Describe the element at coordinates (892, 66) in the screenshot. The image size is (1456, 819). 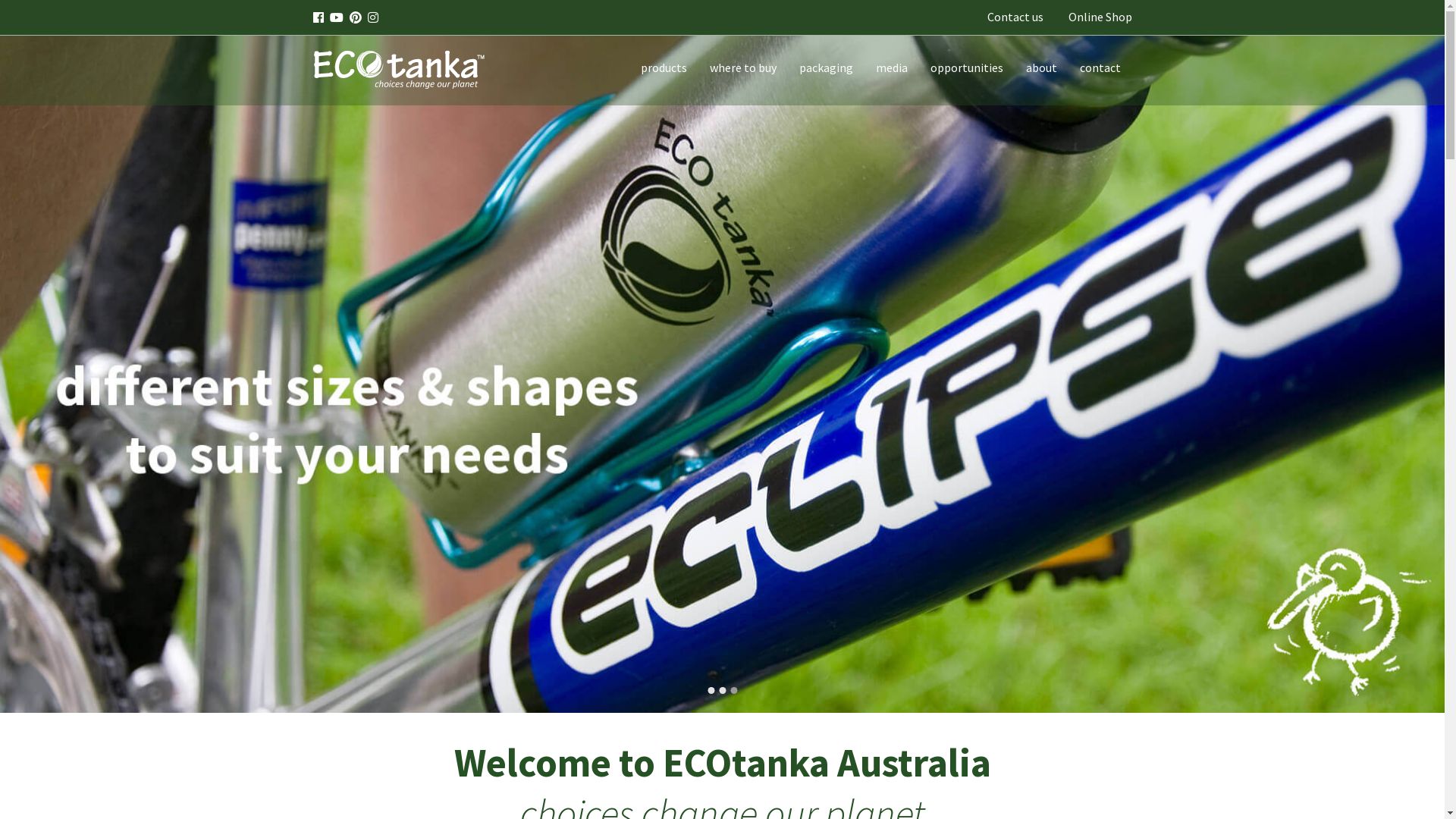
I see `'media'` at that location.